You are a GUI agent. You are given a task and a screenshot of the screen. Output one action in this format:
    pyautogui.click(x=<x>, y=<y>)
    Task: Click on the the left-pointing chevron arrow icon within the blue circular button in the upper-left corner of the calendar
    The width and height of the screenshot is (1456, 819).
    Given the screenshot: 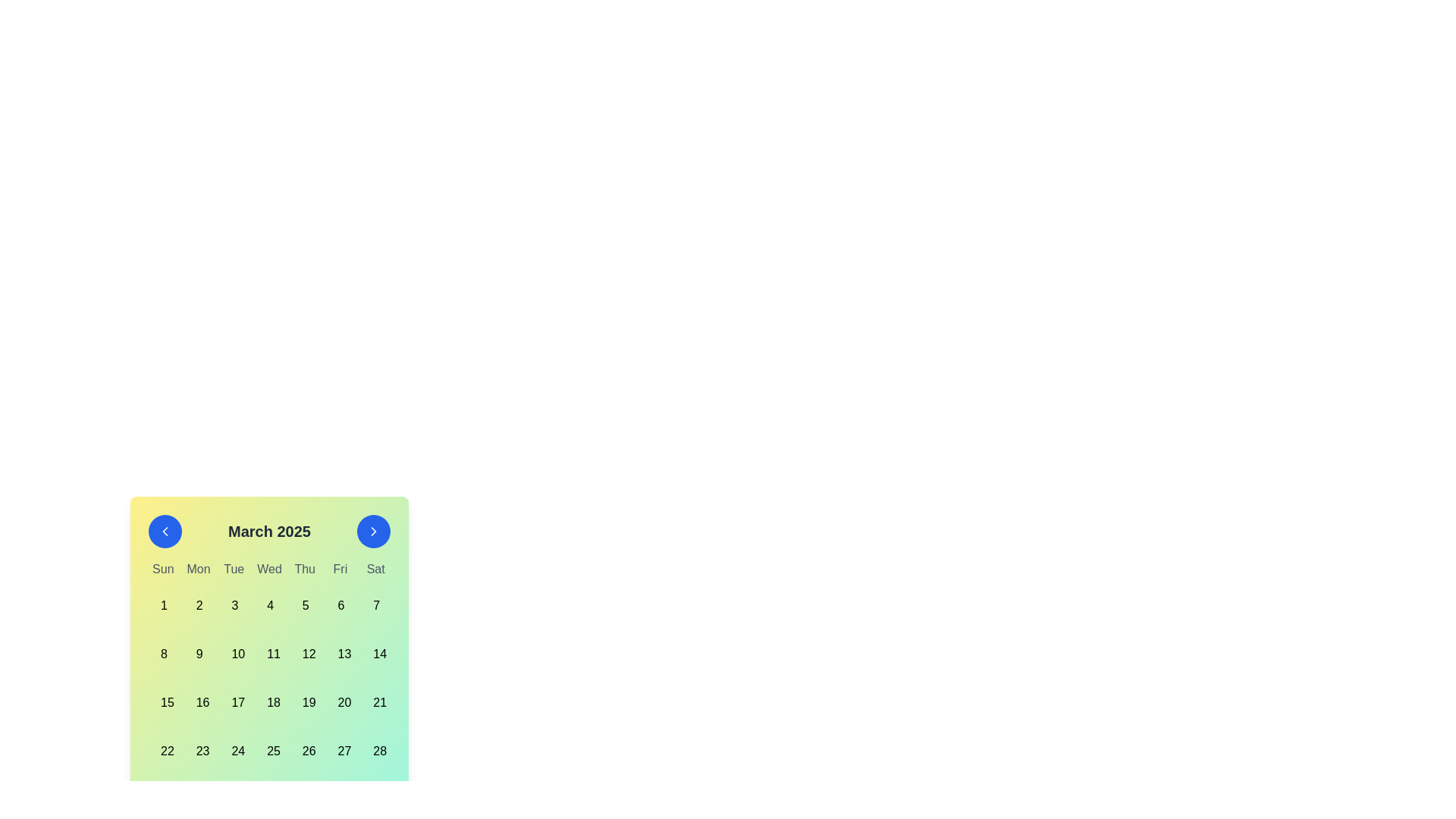 What is the action you would take?
    pyautogui.click(x=165, y=531)
    